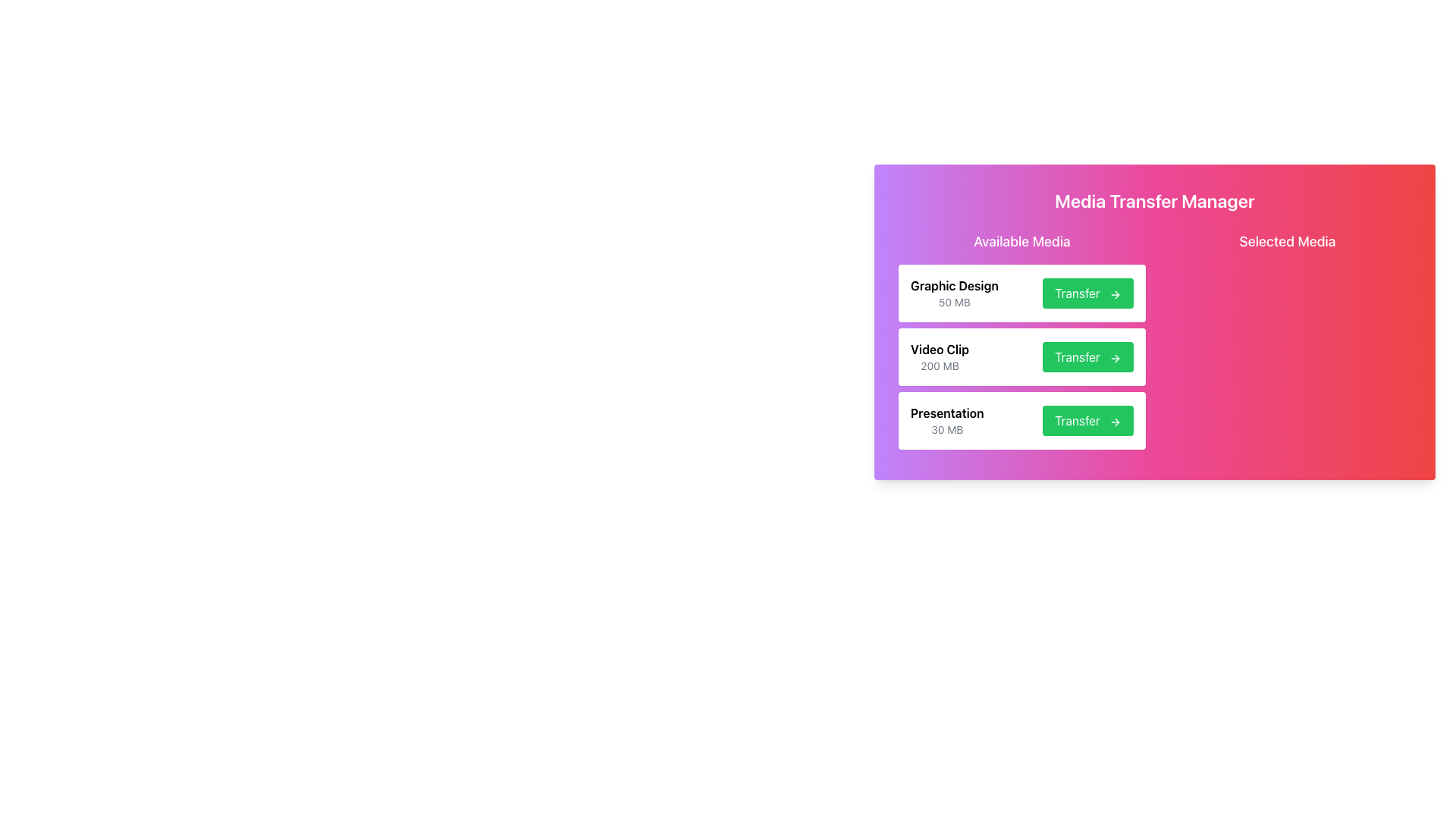  Describe the element at coordinates (953, 293) in the screenshot. I see `the text label displaying 'Graphic Design' and its size '50 MB' in the 'Available Media' section of the 'Media Transfer Manager' interface` at that location.